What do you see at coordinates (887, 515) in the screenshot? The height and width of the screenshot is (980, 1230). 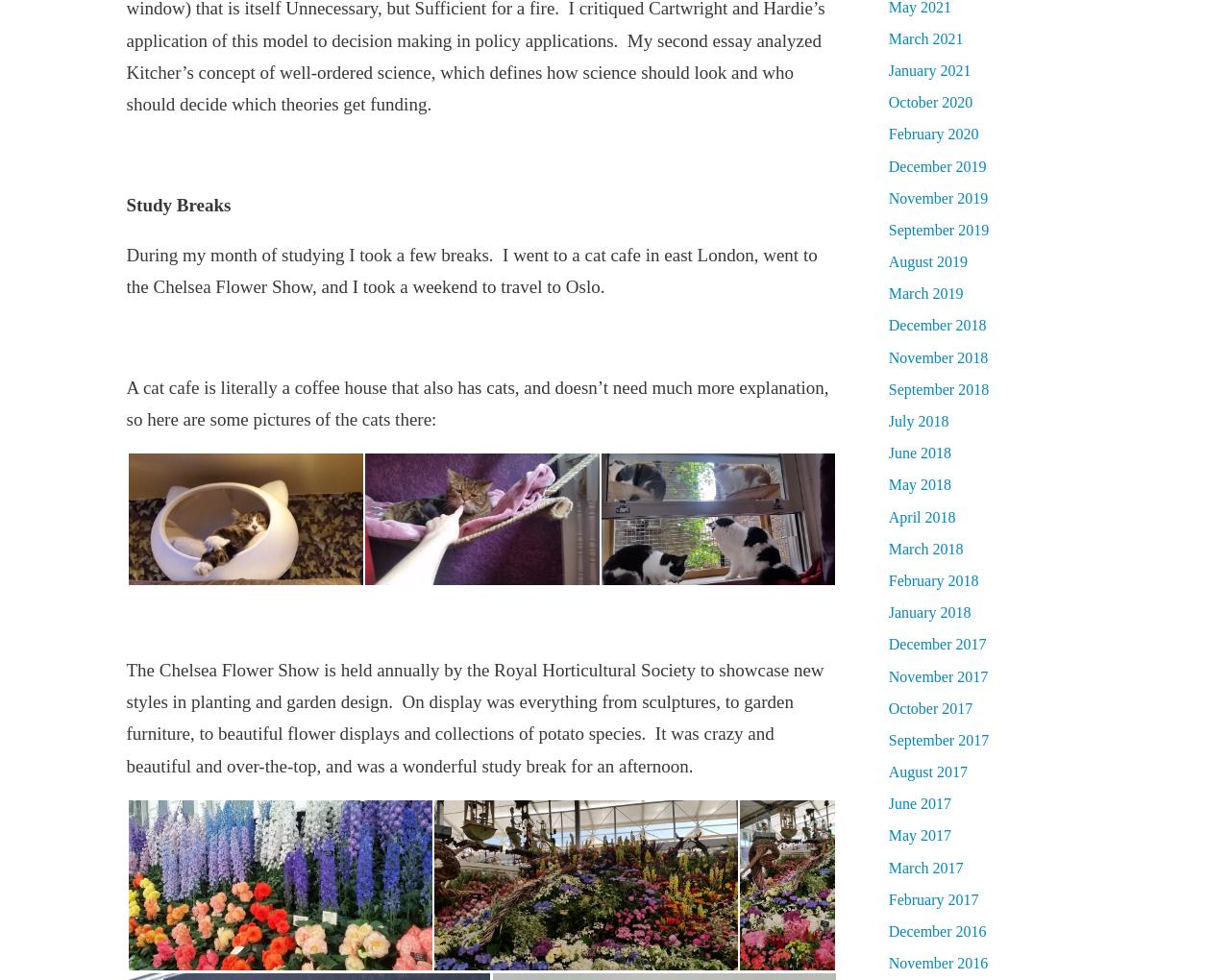 I see `'April 2018'` at bounding box center [887, 515].